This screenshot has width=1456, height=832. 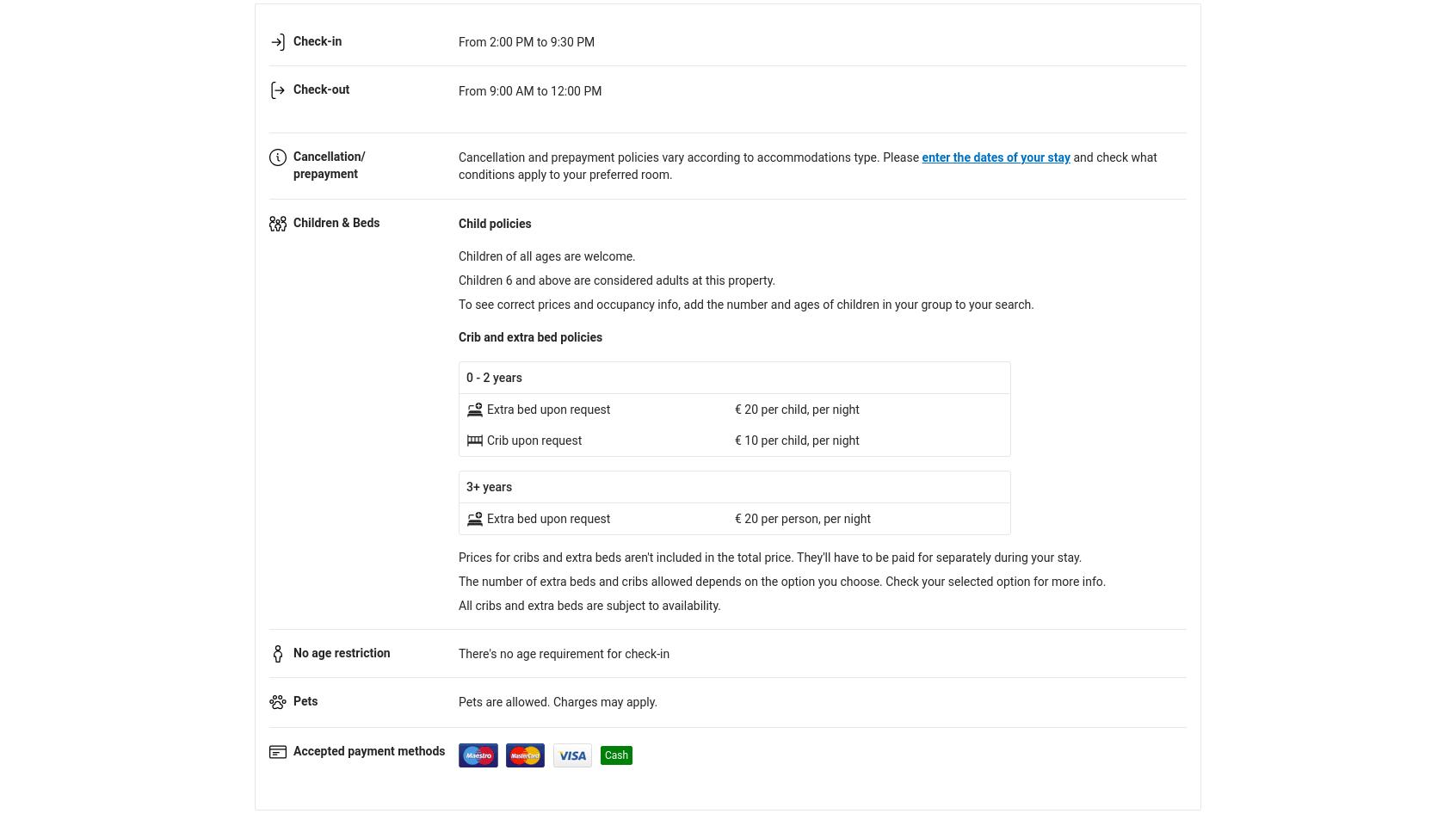 I want to click on 'Check-out', so click(x=321, y=89).